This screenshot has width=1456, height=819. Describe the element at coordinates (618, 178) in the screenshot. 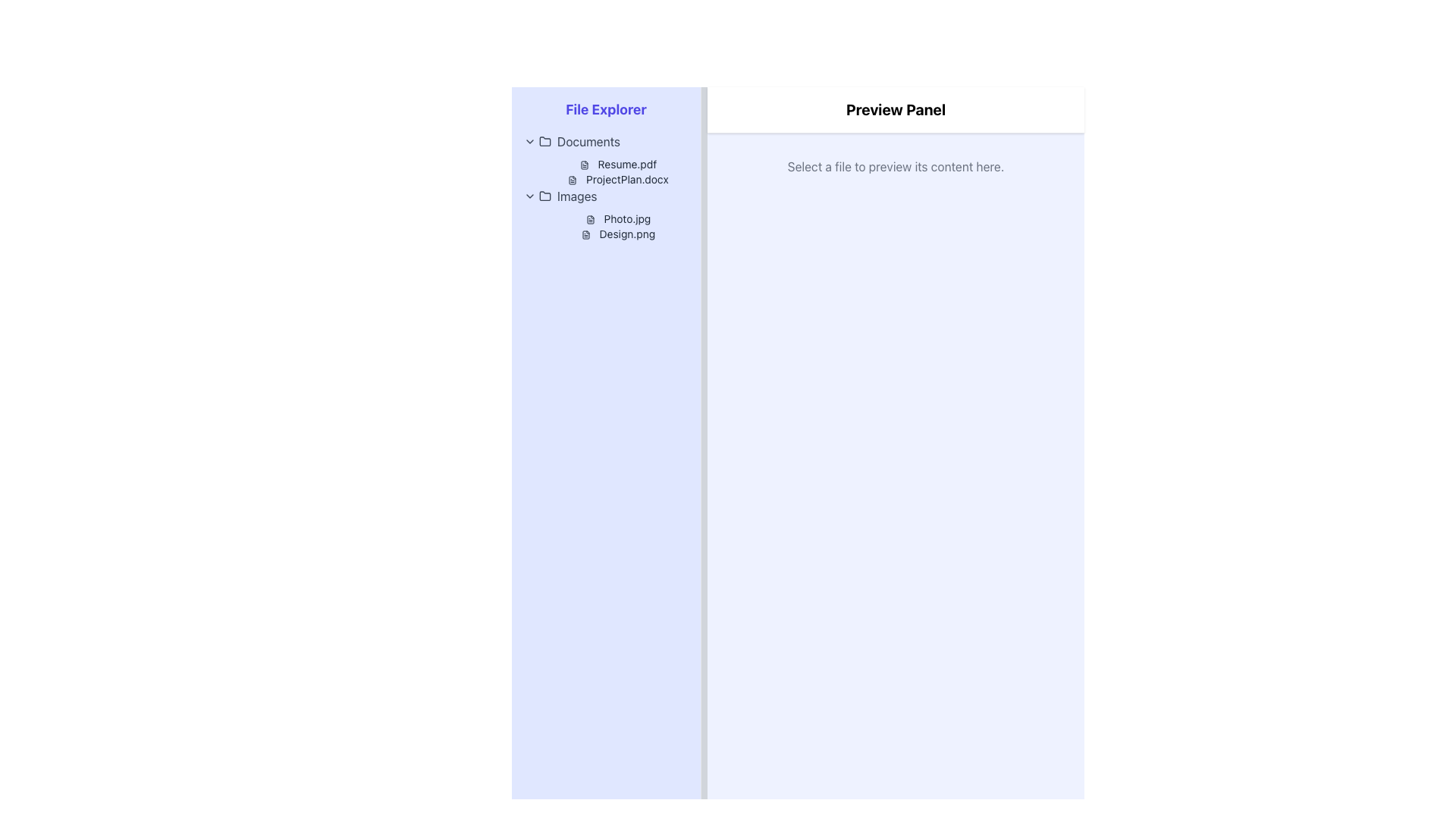

I see `the text label displaying the filename 'ProjectPlan.docx' in the file explorer panel` at that location.